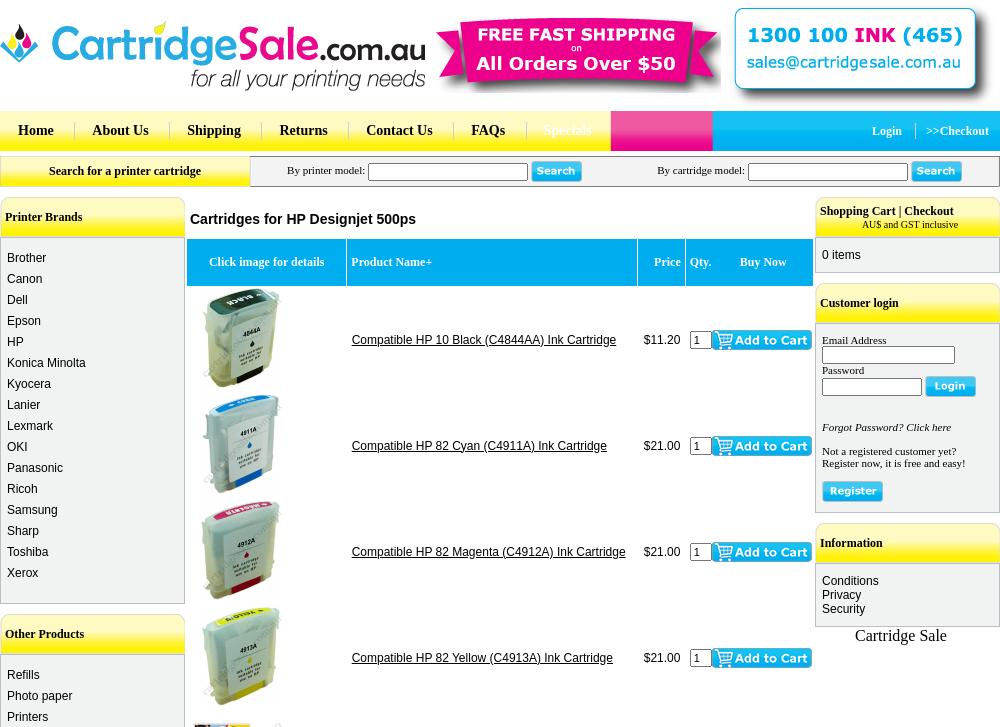 The image size is (1000, 727). Describe the element at coordinates (7, 425) in the screenshot. I see `'Lexmark'` at that location.